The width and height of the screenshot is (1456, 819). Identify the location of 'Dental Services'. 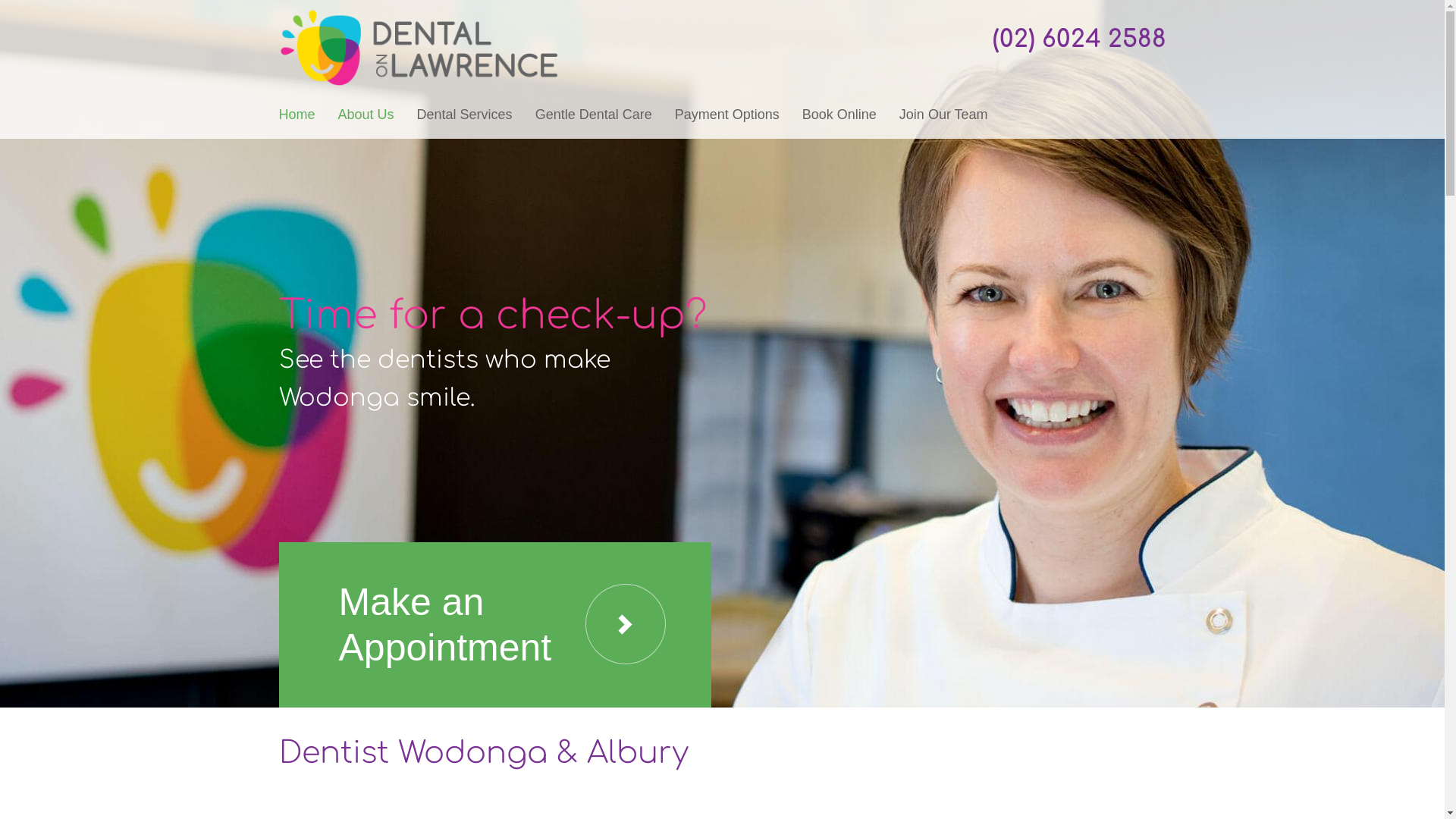
(464, 113).